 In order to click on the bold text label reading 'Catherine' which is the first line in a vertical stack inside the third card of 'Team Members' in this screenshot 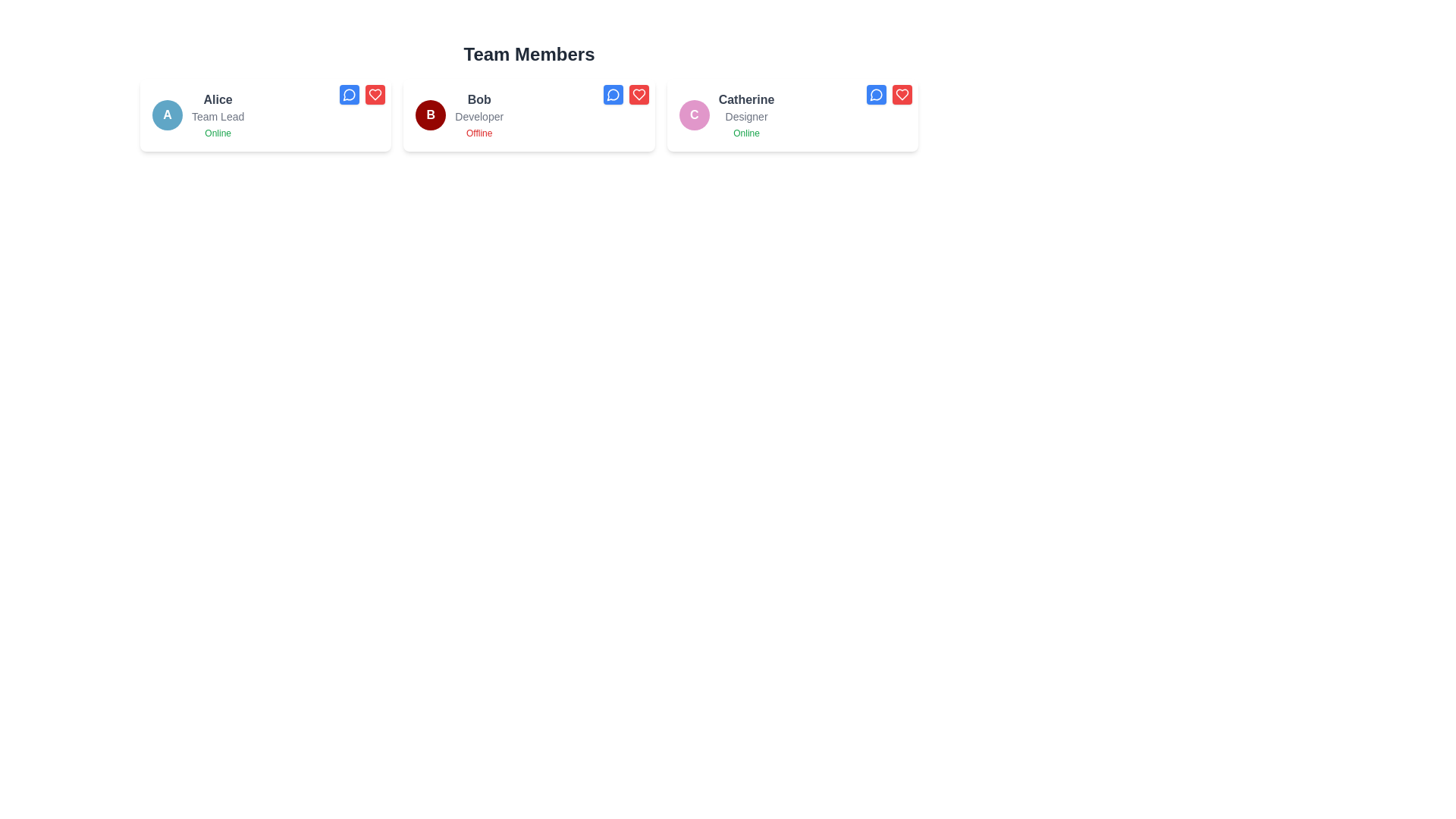, I will do `click(746, 99)`.